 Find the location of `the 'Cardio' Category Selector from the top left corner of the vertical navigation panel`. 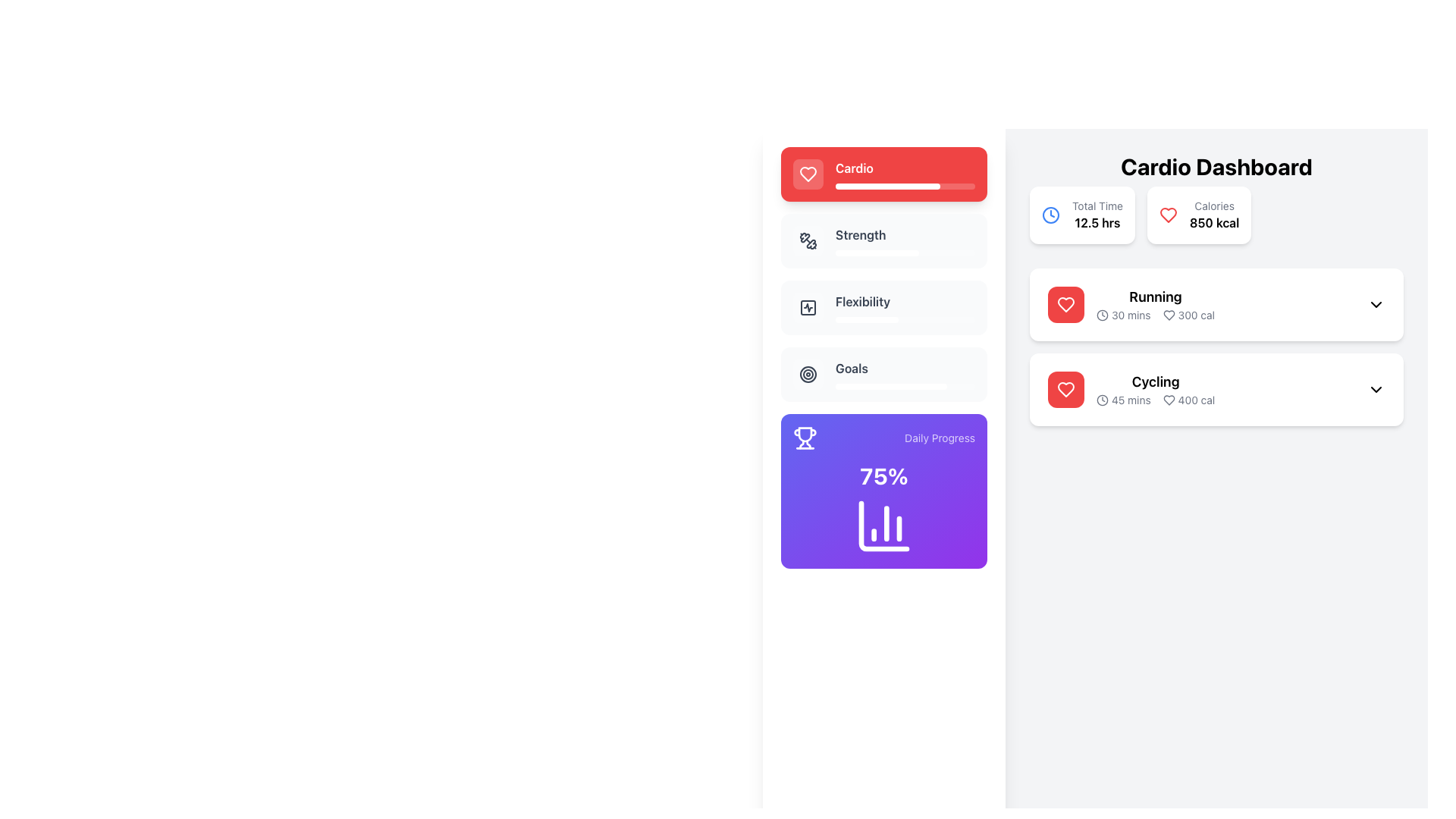

the 'Cardio' Category Selector from the top left corner of the vertical navigation panel is located at coordinates (884, 174).